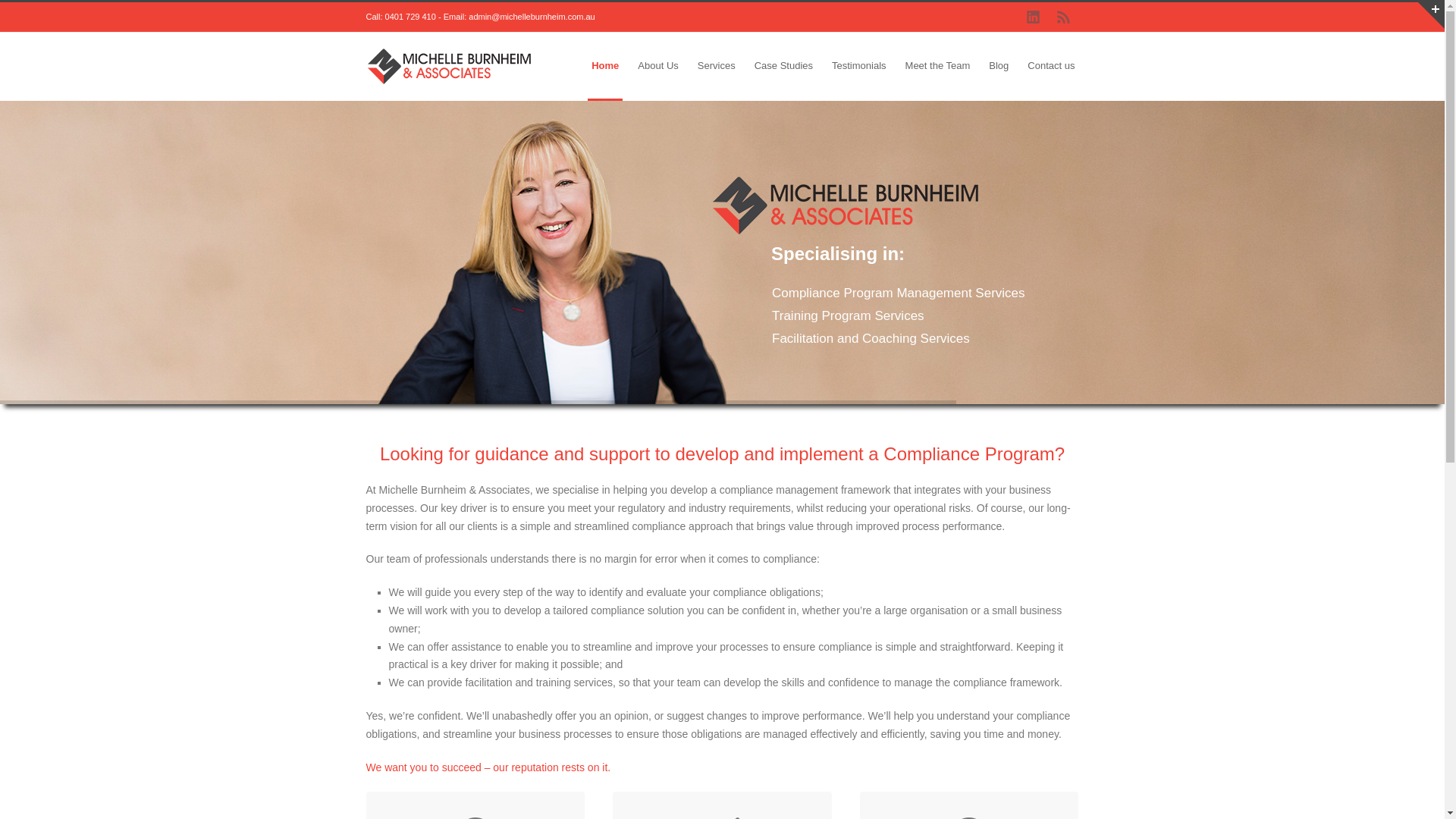 This screenshot has height=819, width=1456. Describe the element at coordinates (998, 66) in the screenshot. I see `'Blog'` at that location.